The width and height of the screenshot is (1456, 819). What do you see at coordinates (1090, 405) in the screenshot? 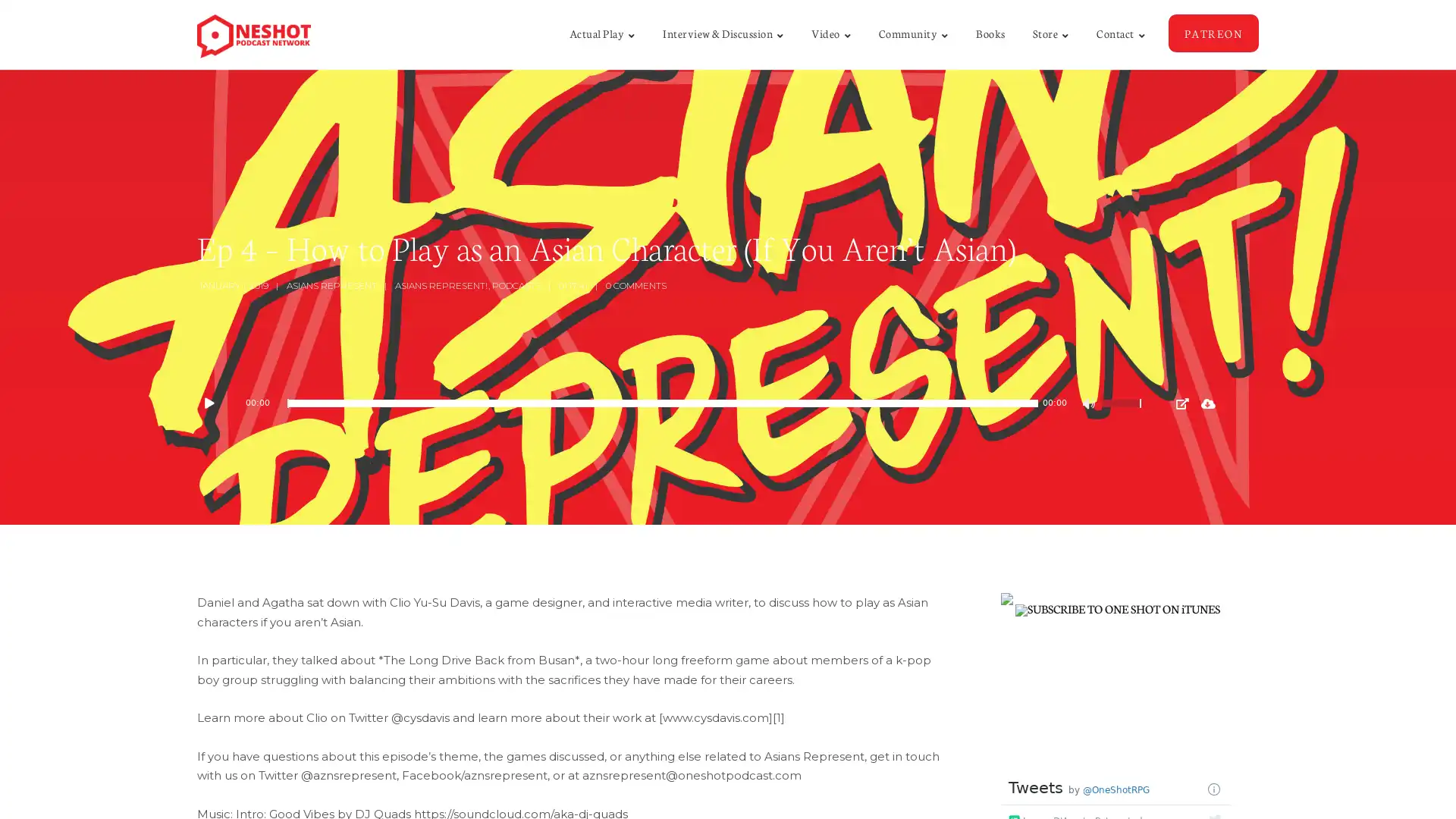
I see `Mute` at bounding box center [1090, 405].